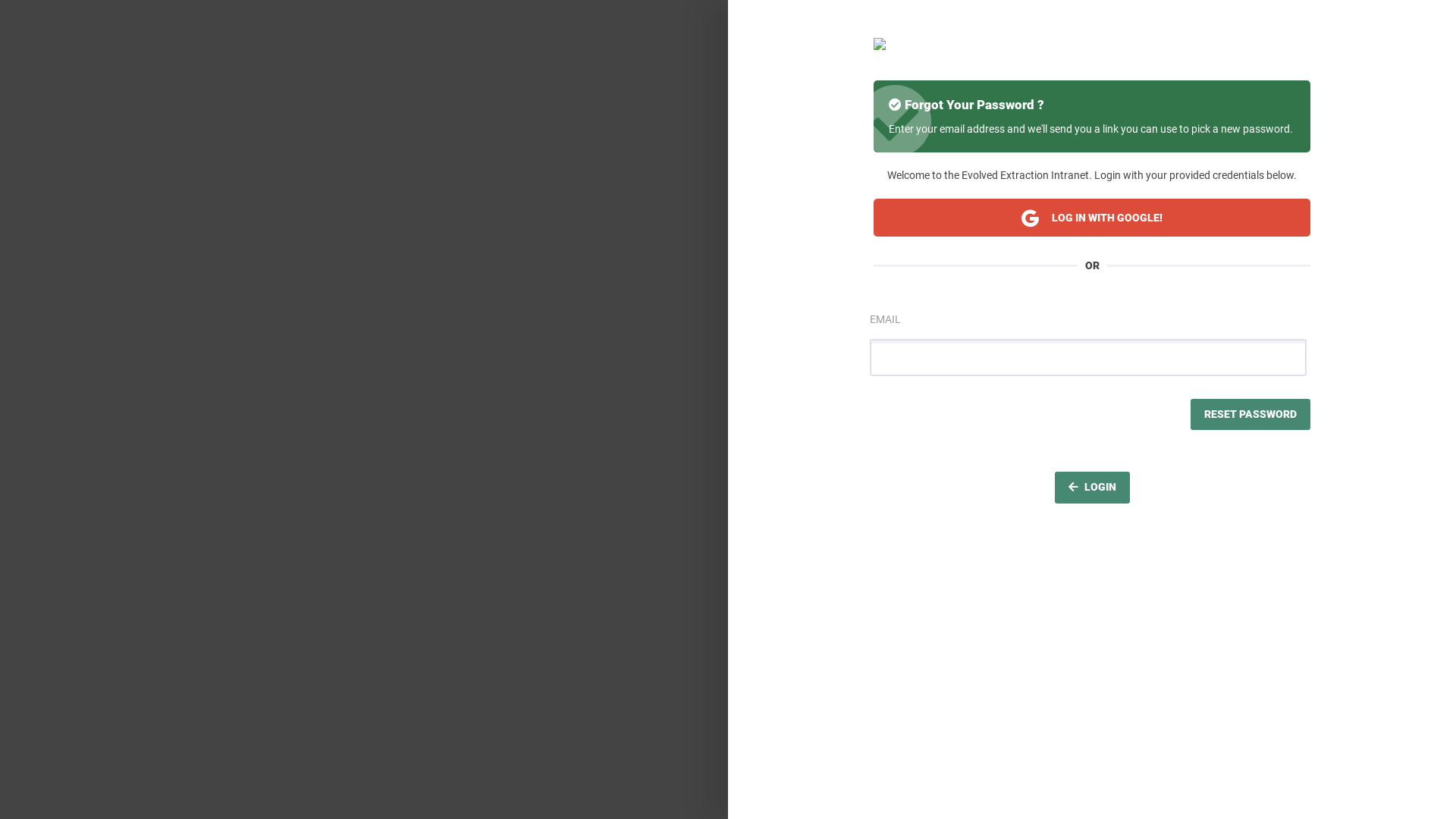  I want to click on 'Reset Password', so click(1189, 415).